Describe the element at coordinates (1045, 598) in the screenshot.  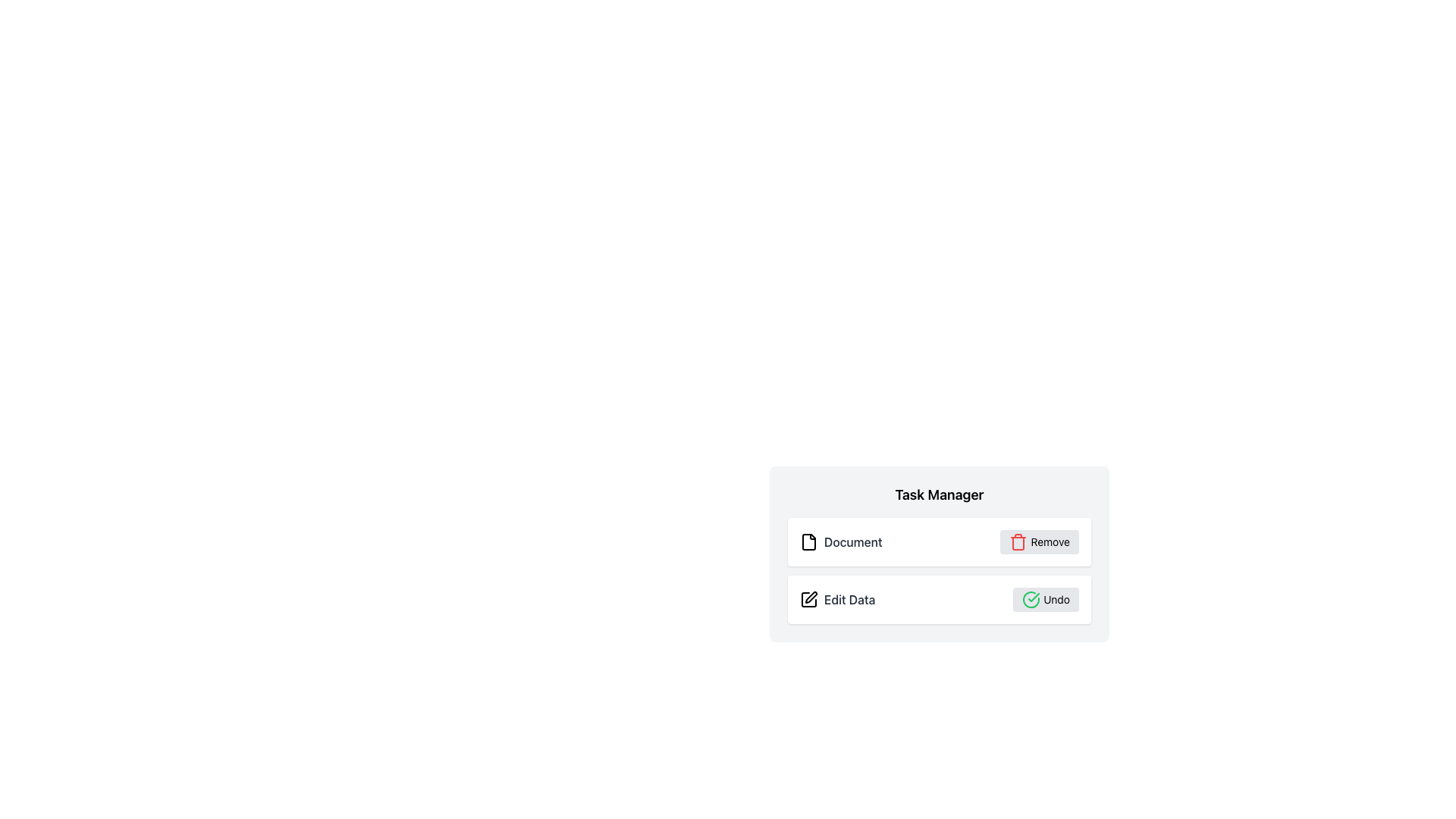
I see `the undo button located in the lower right corner of the 'Task Manager' card, adjacent to the 'Edit Data' text for accessibility navigation` at that location.